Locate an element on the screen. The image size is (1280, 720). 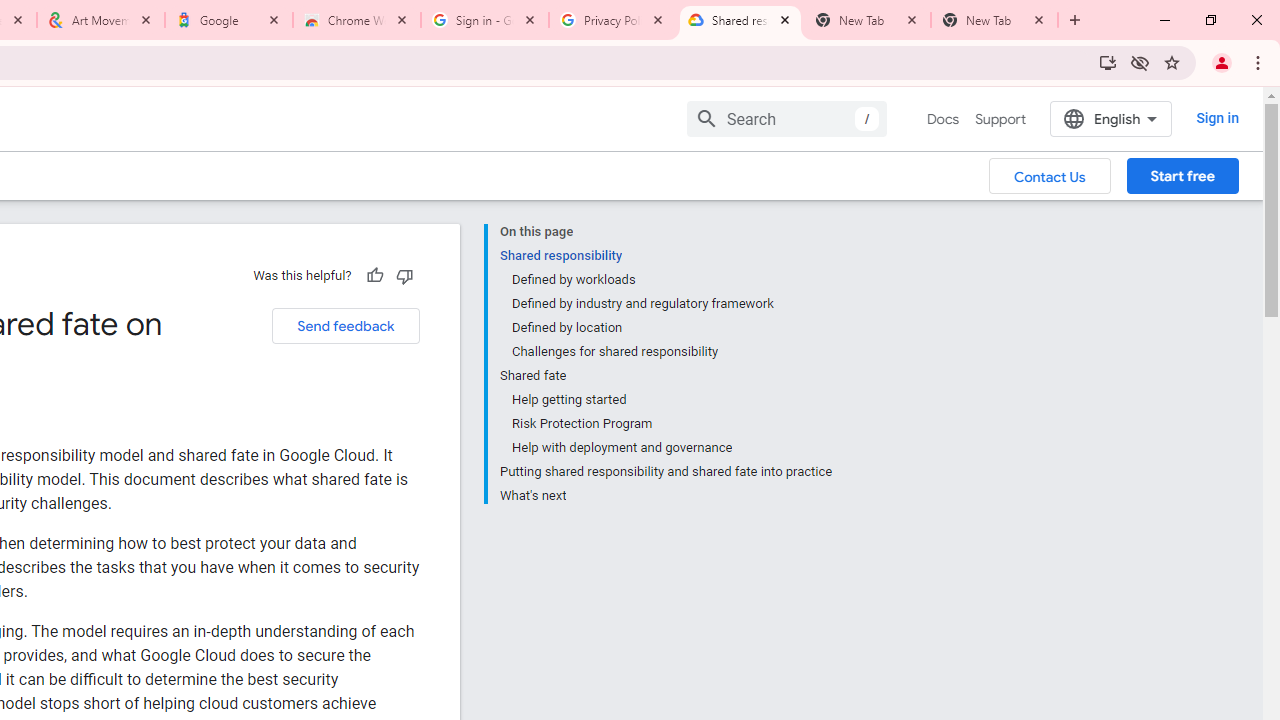
'Not helpful' is located at coordinates (403, 275).